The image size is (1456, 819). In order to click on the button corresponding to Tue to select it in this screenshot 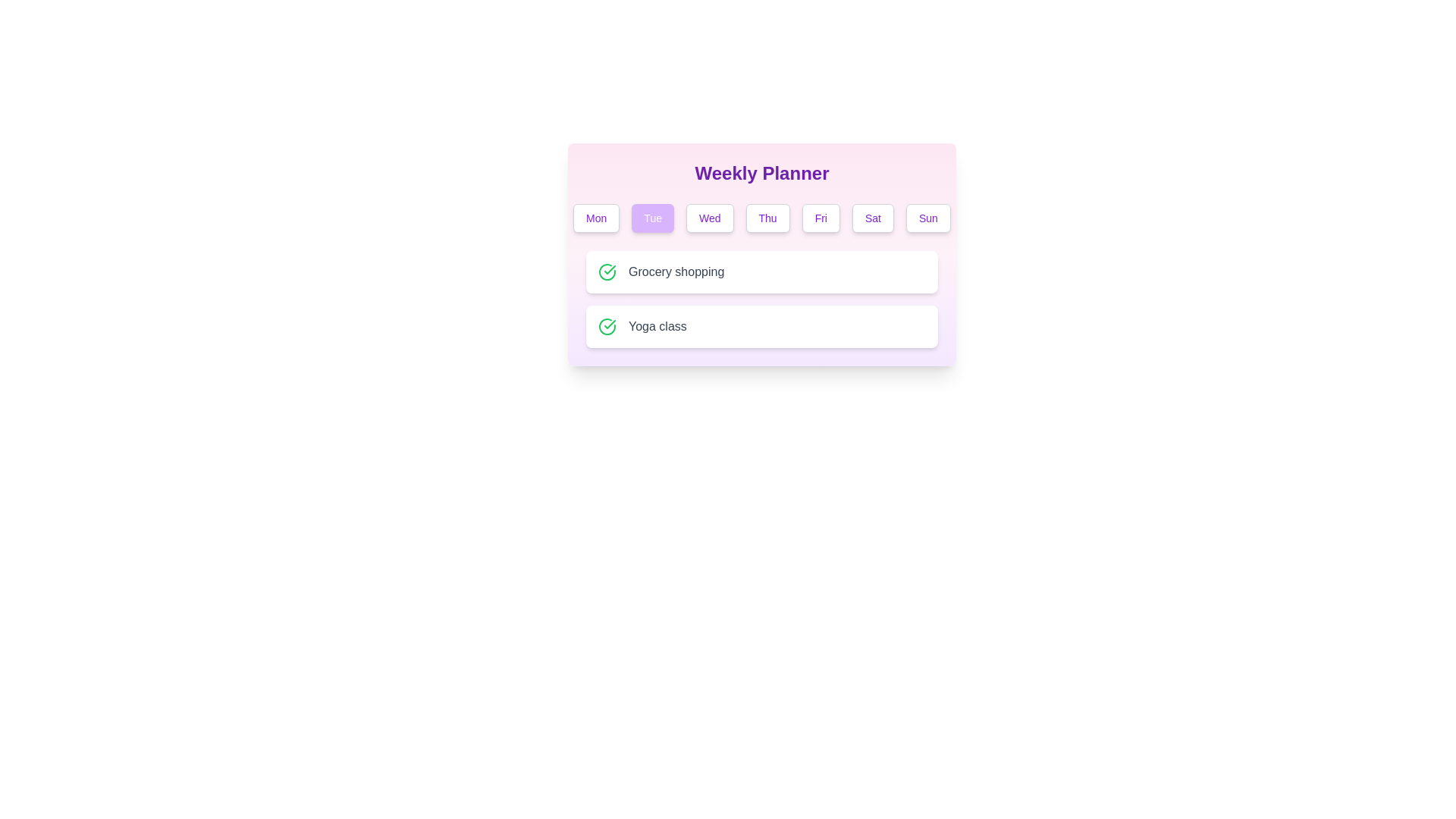, I will do `click(653, 218)`.